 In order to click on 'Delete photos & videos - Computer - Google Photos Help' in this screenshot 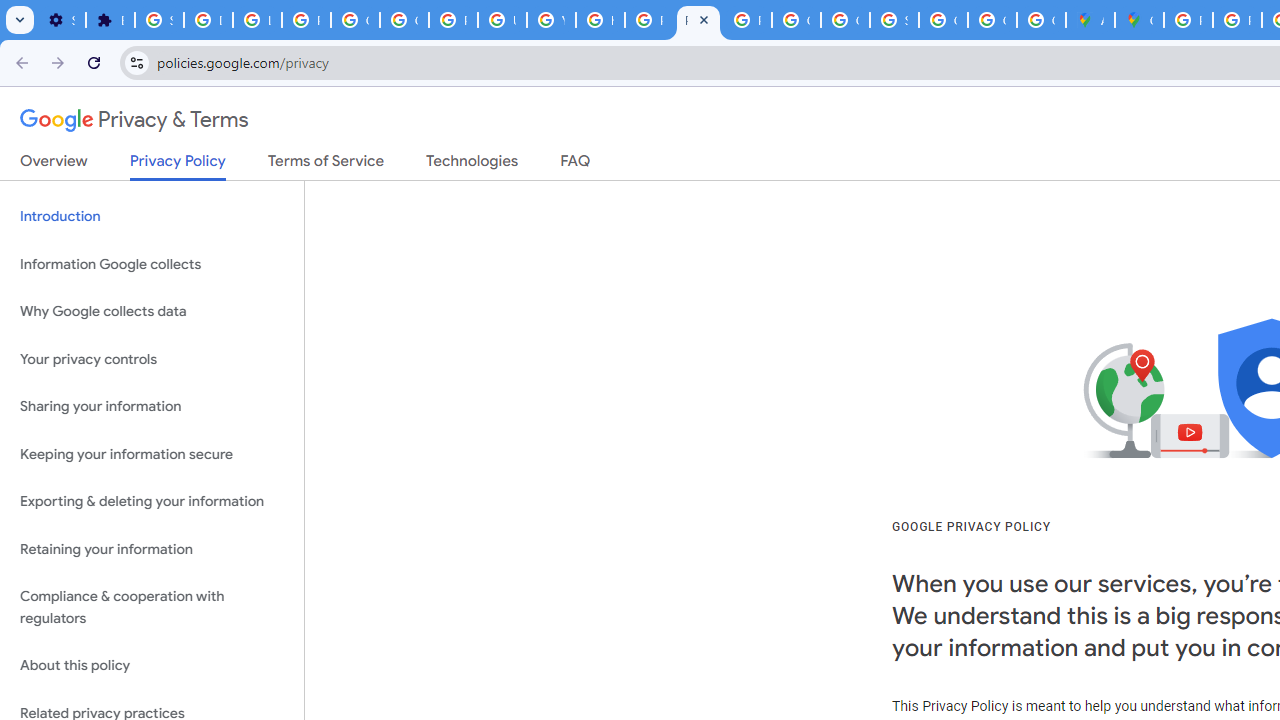, I will do `click(208, 20)`.